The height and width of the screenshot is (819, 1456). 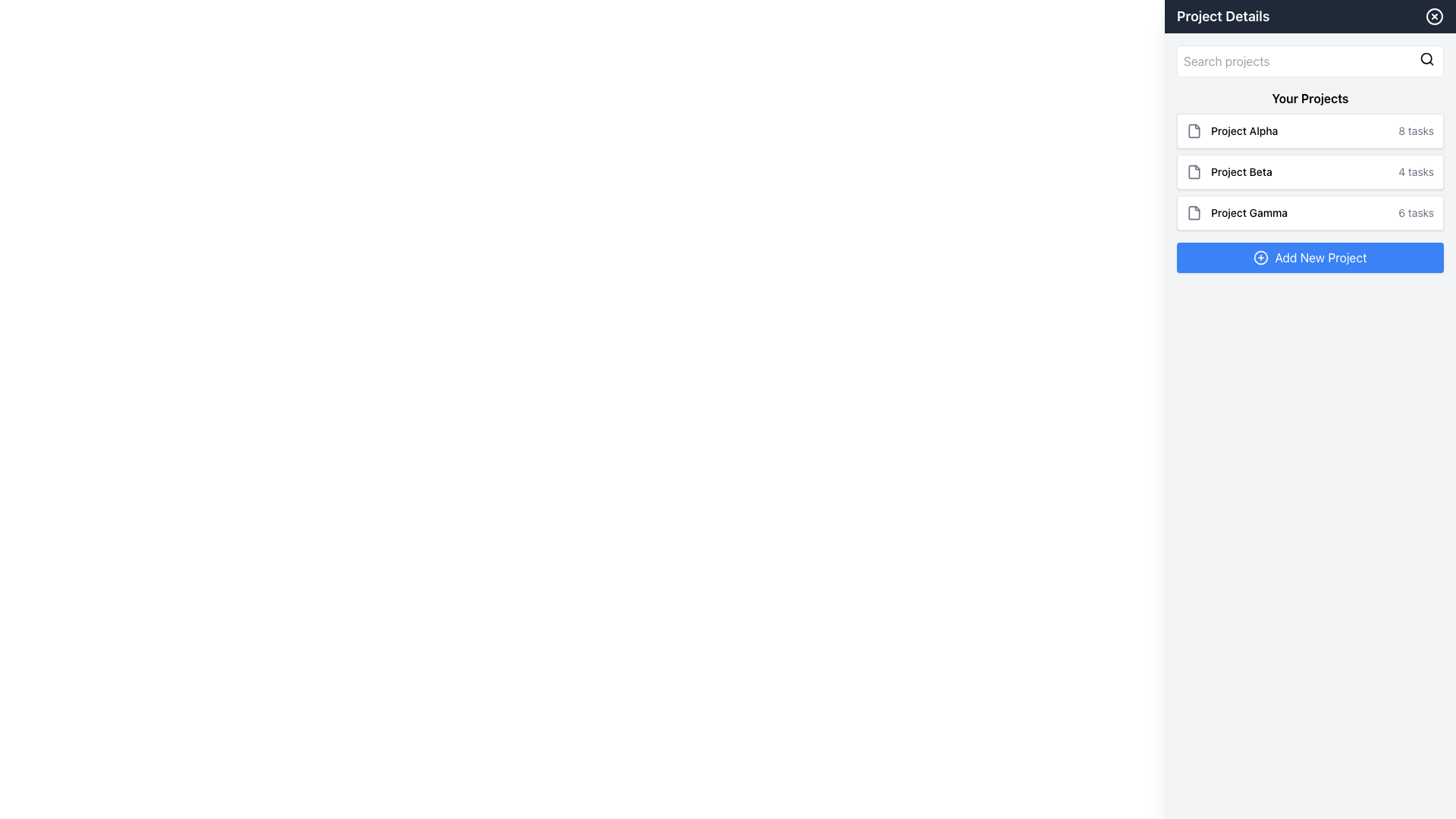 What do you see at coordinates (1426, 58) in the screenshot?
I see `the SVG Circle Element that represents the central part of the magnifying glass icon located to the right of the 'Search Projects' input field in the 'Project Details' panel` at bounding box center [1426, 58].